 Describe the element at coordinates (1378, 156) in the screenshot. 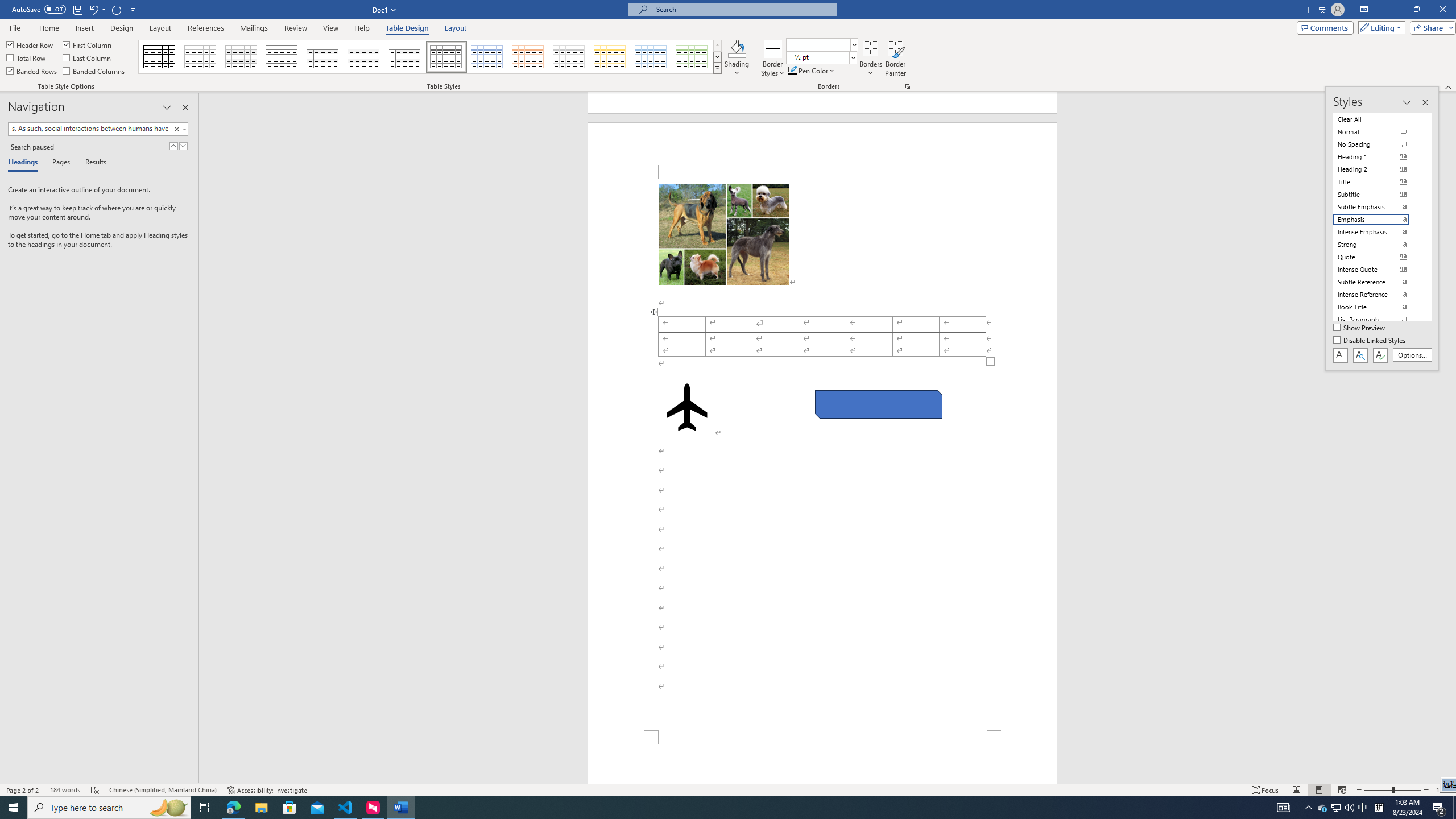

I see `'Heading 1'` at that location.